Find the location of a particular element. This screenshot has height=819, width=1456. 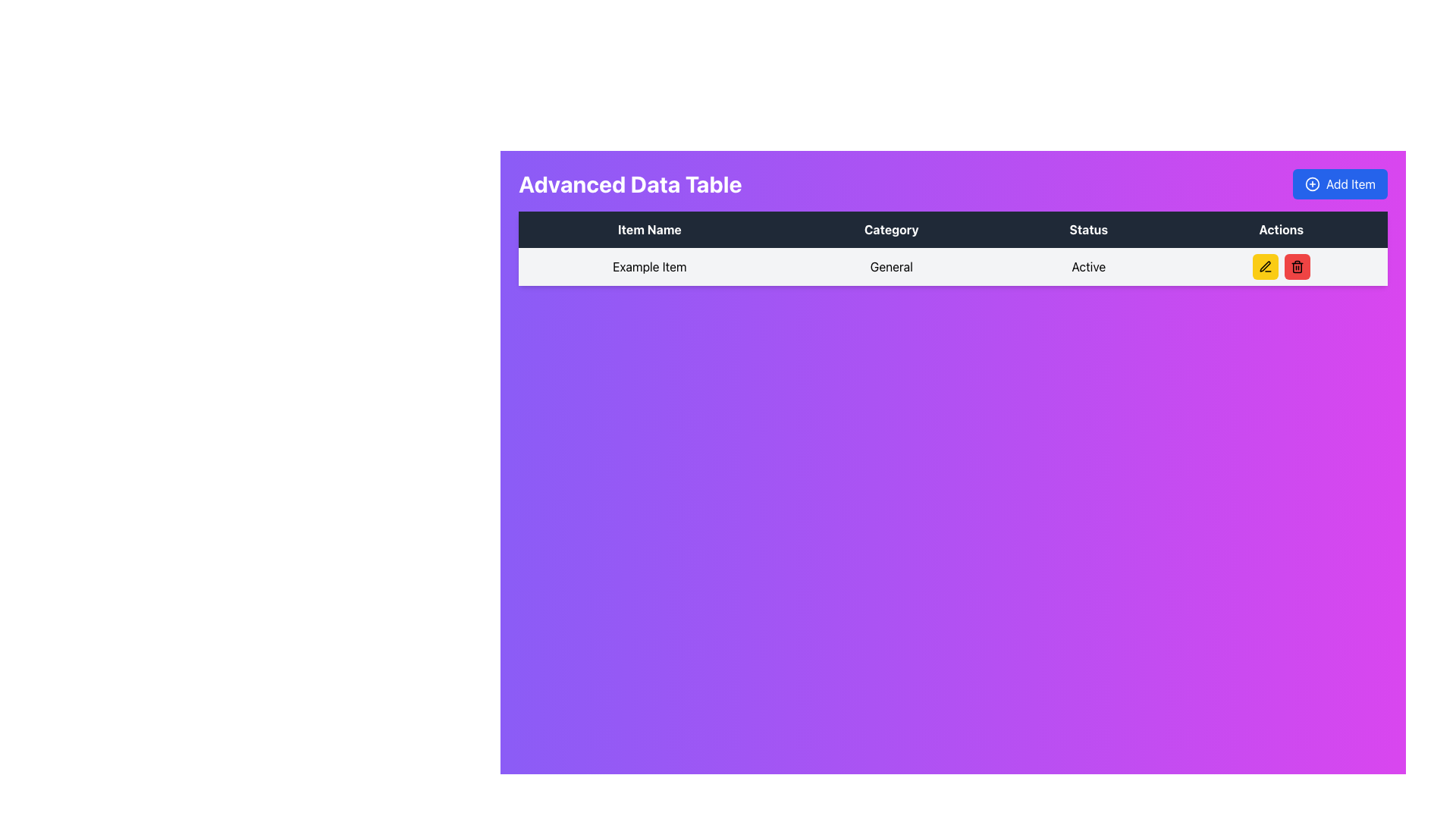

text from the 'General' label in the second cell of the data table under the 'Category' column is located at coordinates (891, 265).